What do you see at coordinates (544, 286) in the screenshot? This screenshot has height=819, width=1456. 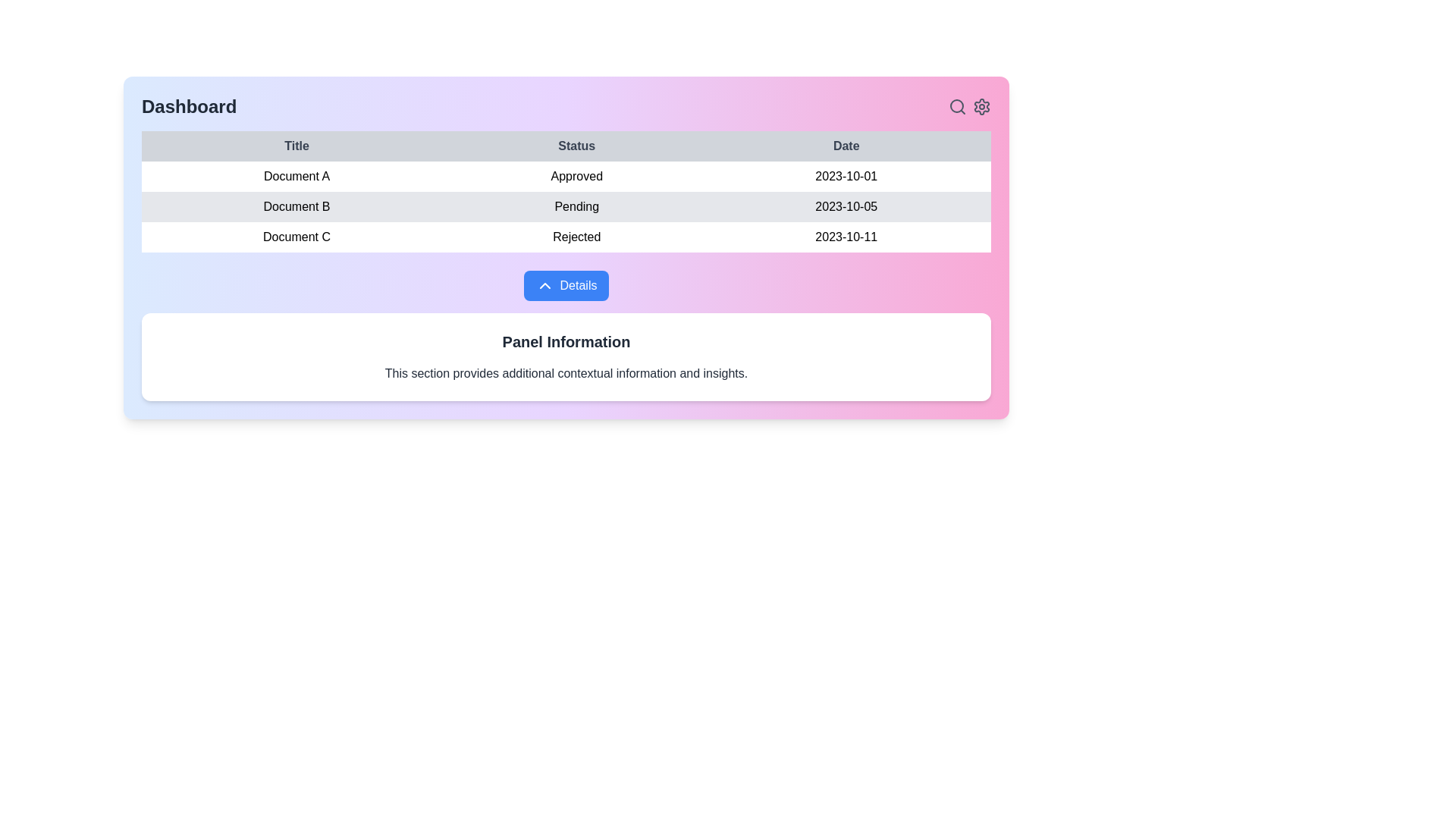 I see `the chevron icon located at the leftmost side of the 'Details' button` at bounding box center [544, 286].